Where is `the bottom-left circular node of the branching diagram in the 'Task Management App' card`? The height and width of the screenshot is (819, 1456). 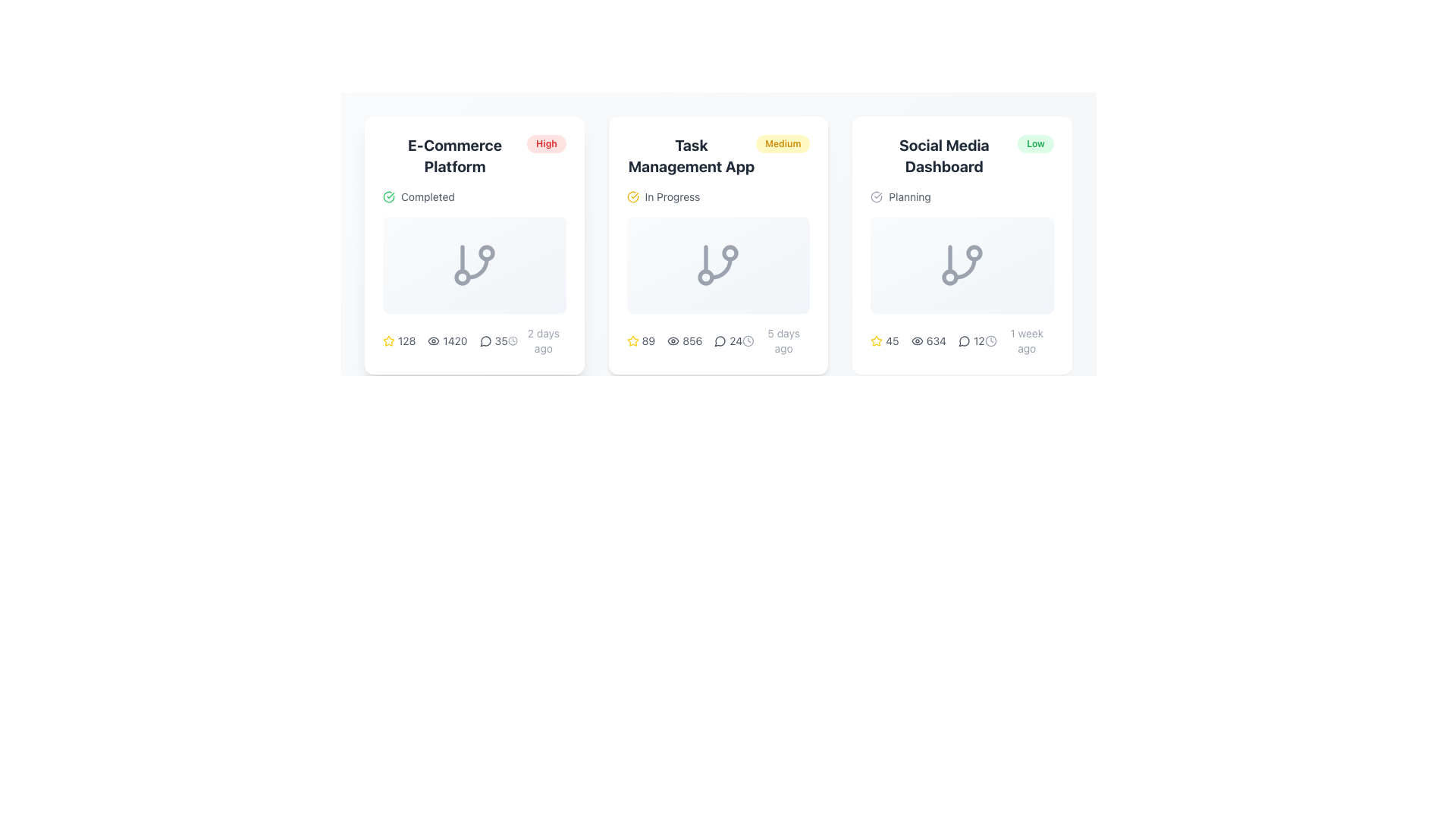
the bottom-left circular node of the branching diagram in the 'Task Management App' card is located at coordinates (705, 278).